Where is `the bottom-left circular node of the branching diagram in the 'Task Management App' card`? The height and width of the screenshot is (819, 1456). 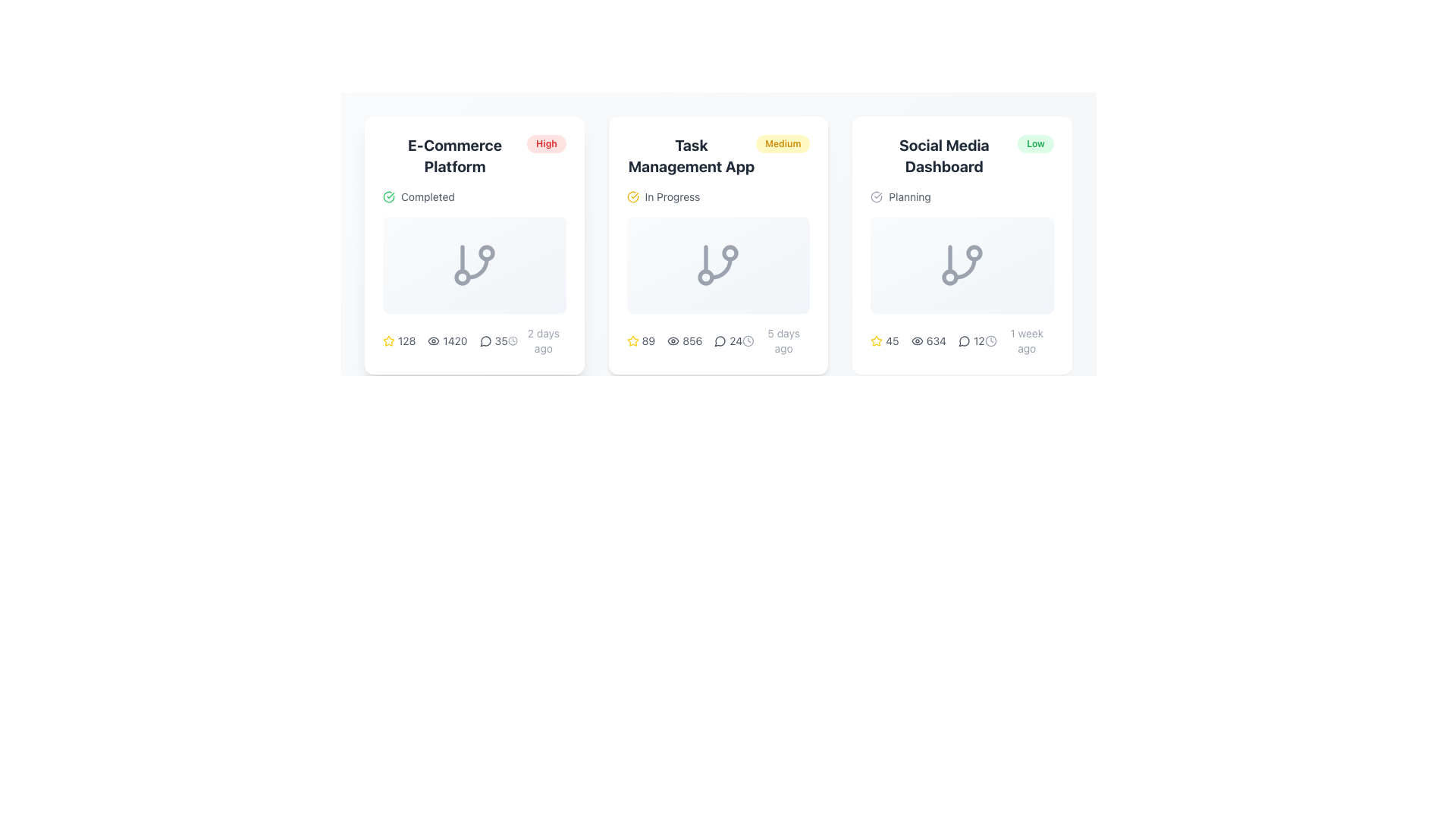
the bottom-left circular node of the branching diagram in the 'Task Management App' card is located at coordinates (705, 278).